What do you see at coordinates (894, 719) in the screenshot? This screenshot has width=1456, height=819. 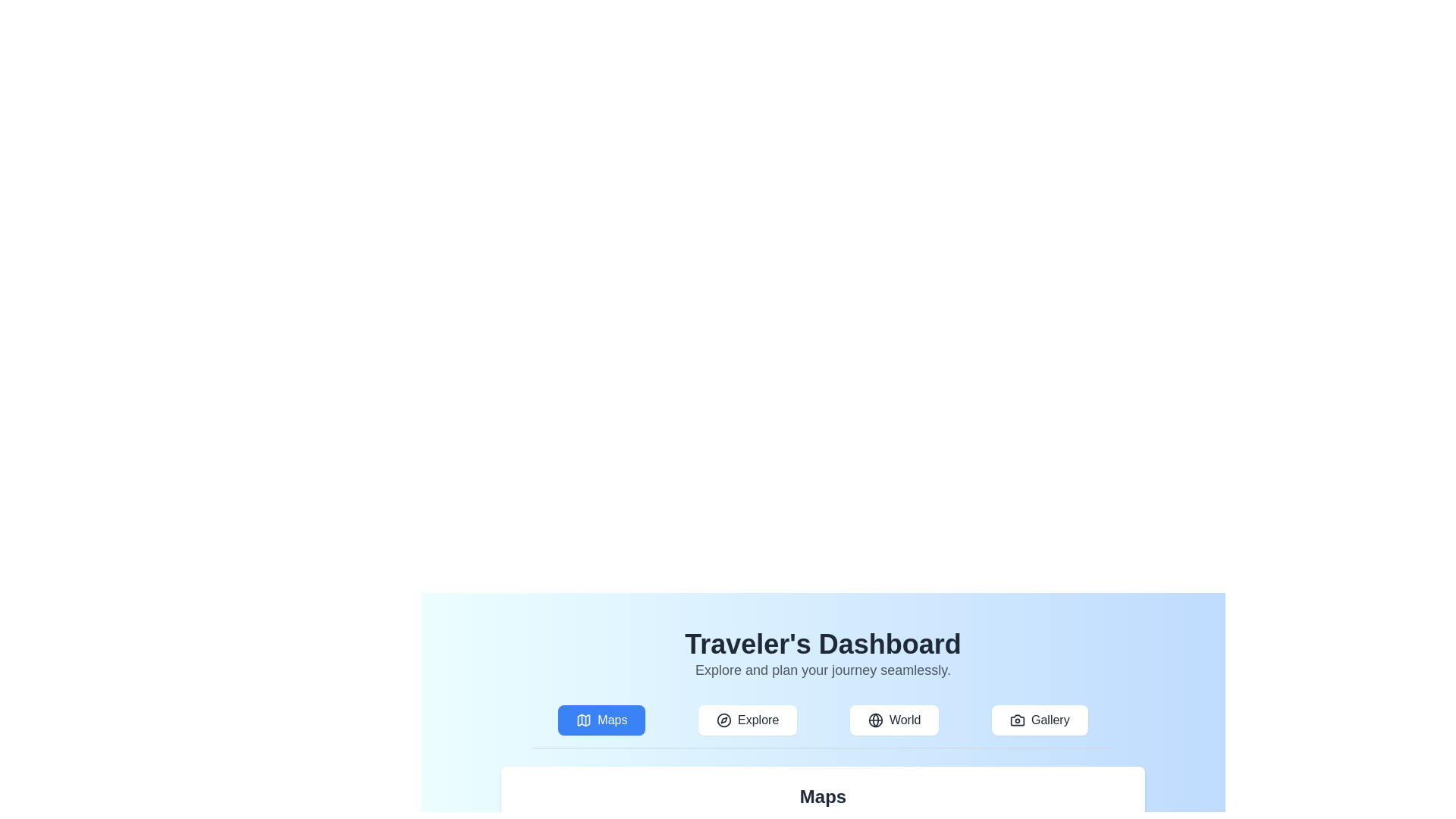 I see `the World tab to navigate to its content` at bounding box center [894, 719].